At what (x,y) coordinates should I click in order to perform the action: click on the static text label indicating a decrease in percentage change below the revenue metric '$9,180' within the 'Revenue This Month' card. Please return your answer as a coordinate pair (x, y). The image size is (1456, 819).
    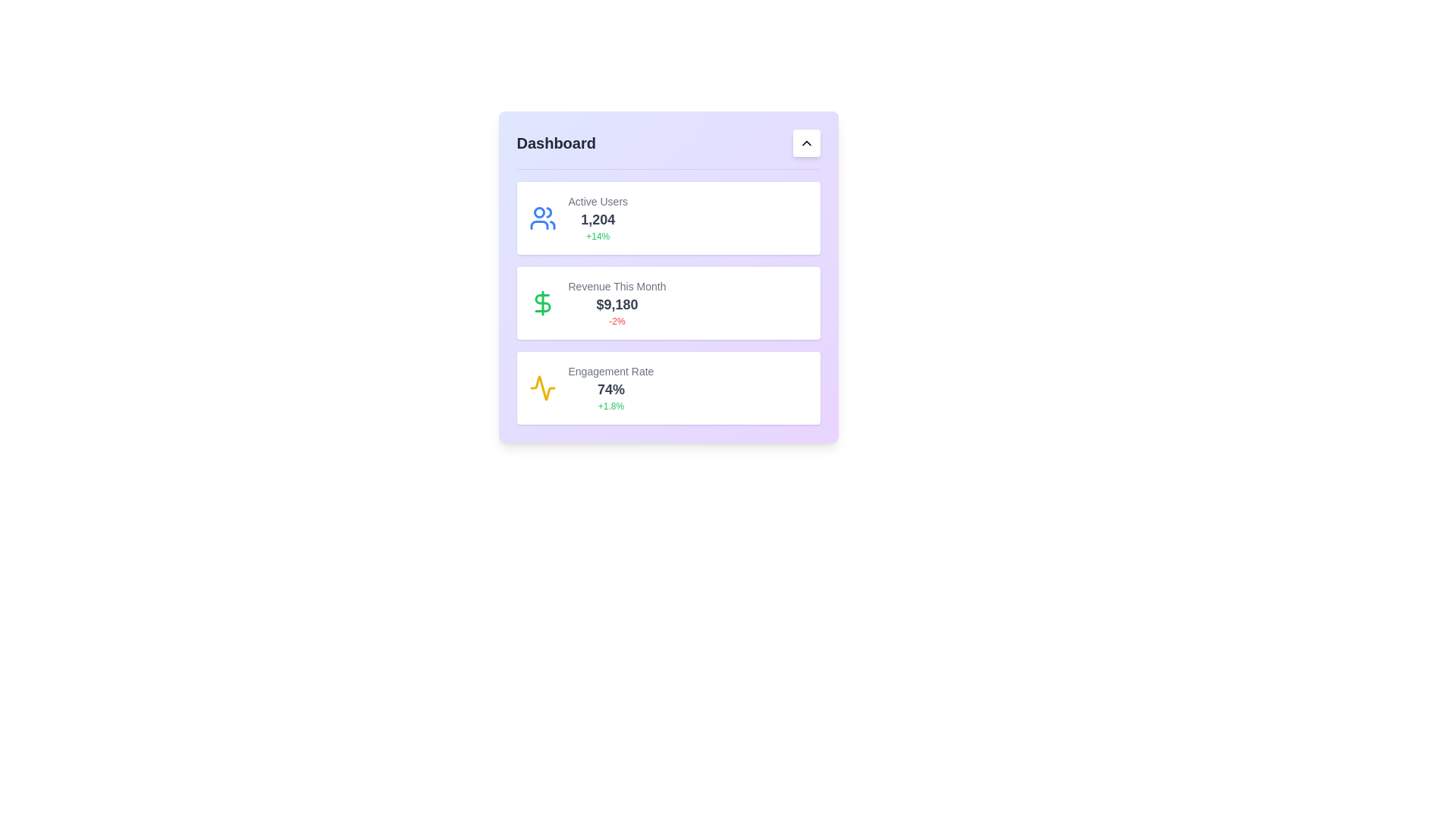
    Looking at the image, I should click on (617, 321).